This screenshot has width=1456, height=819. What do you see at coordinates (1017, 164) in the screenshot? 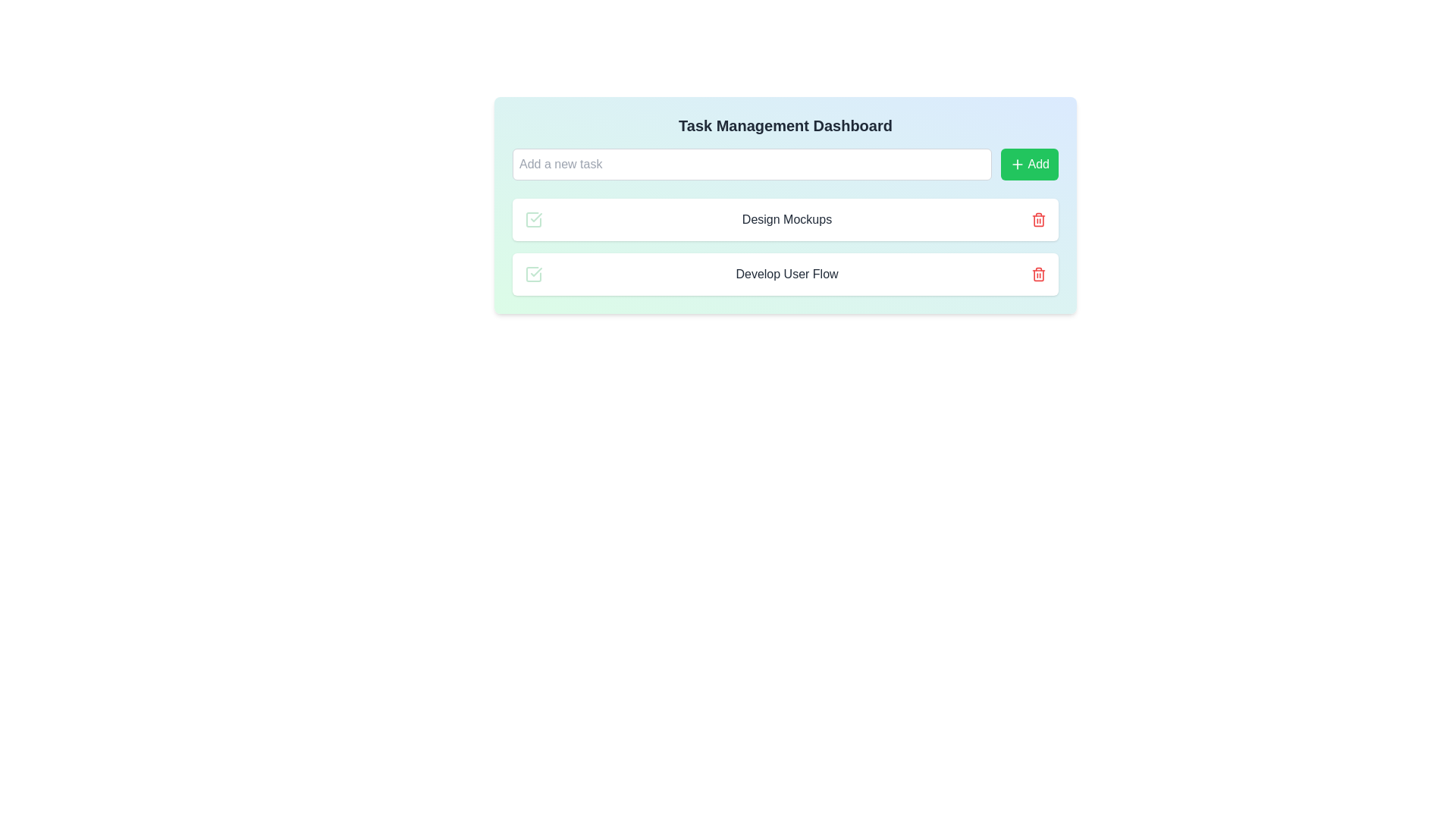
I see `the 'Add' button icon that visually indicates the action of adding a new task, located at the top of the task management dashboard` at bounding box center [1017, 164].